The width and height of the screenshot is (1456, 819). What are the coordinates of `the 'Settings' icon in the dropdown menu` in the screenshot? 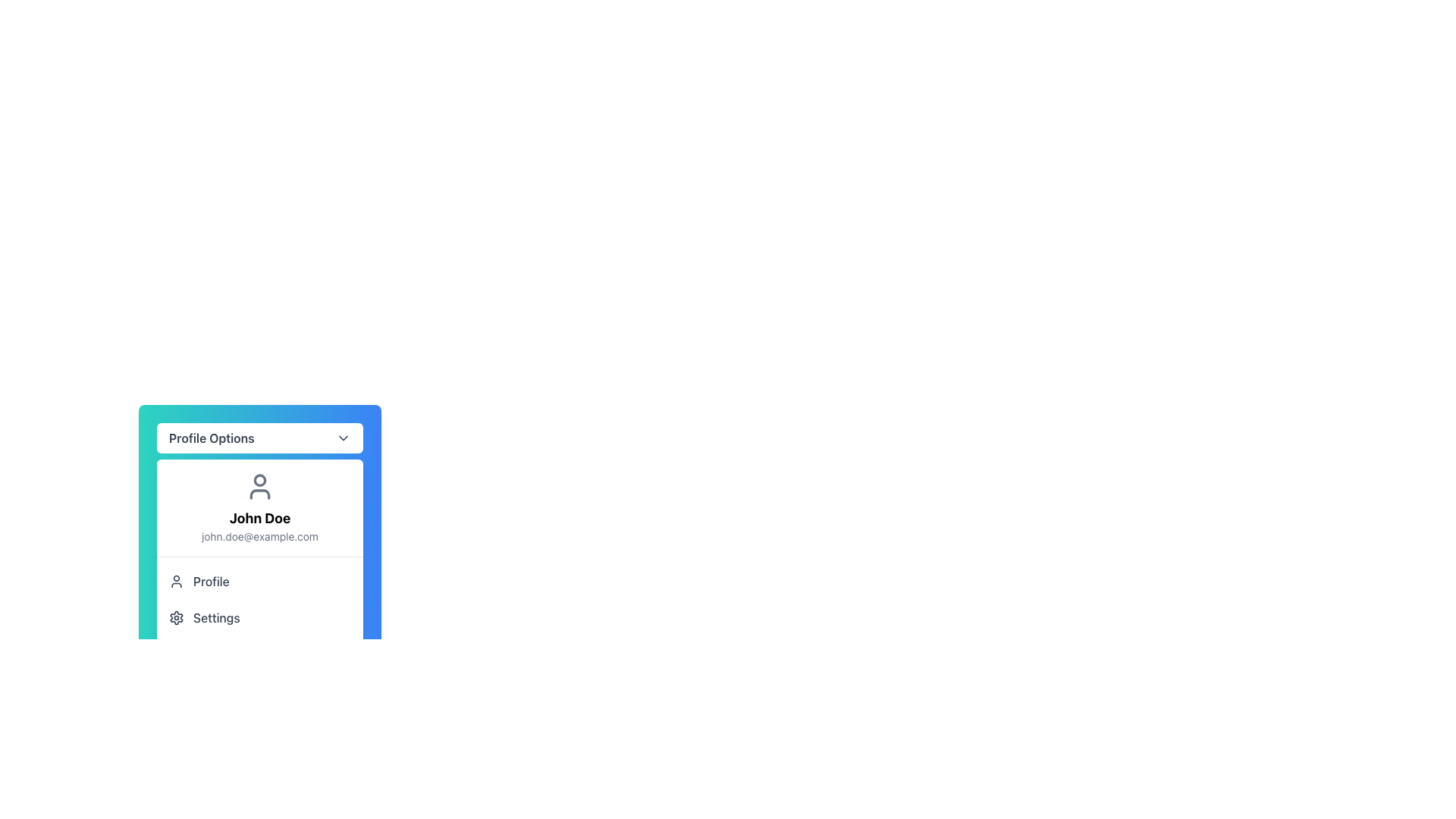 It's located at (177, 617).